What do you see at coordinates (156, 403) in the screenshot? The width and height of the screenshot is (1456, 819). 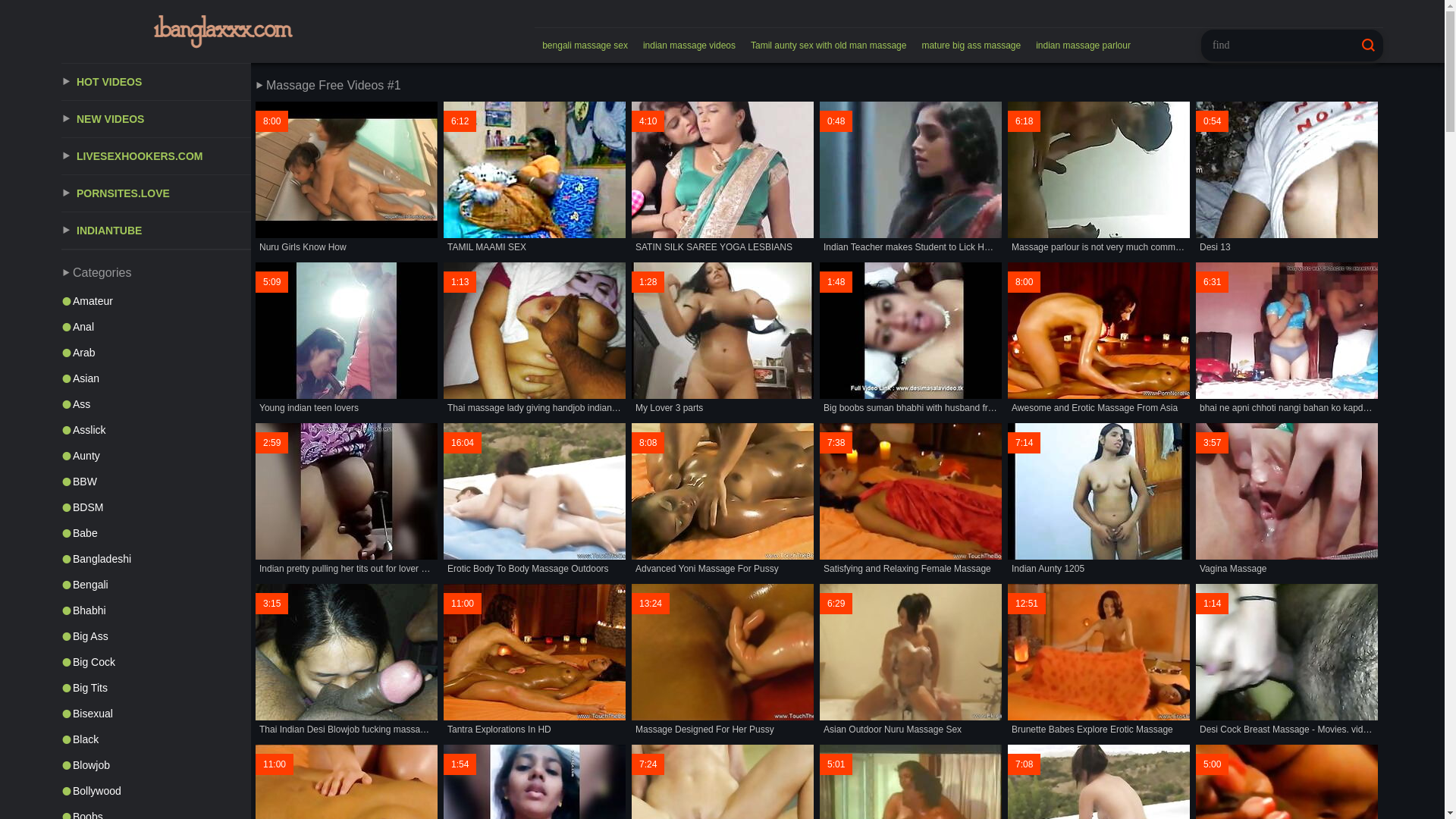 I see `'Ass'` at bounding box center [156, 403].